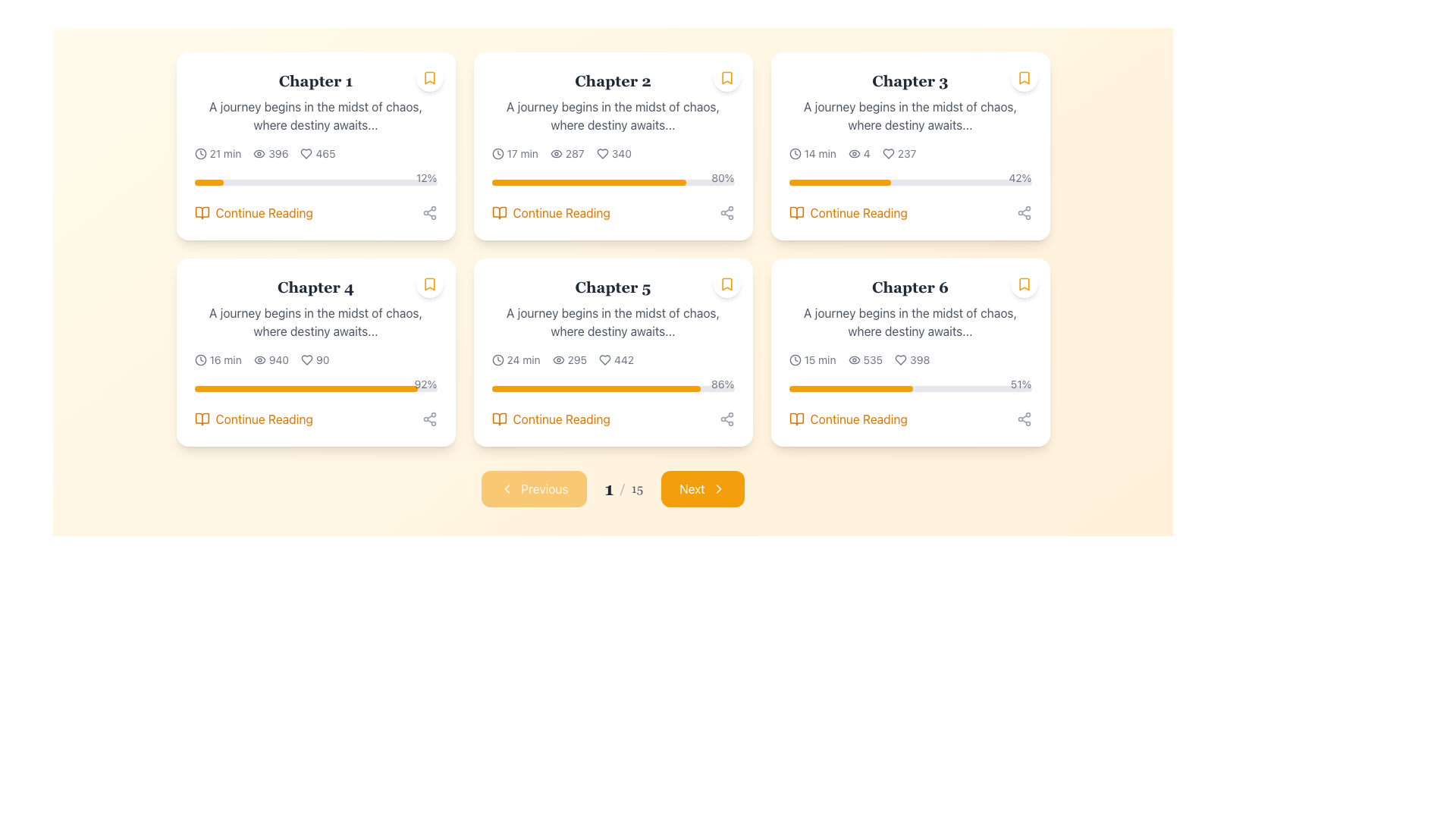  Describe the element at coordinates (624, 359) in the screenshot. I see `the numerical text display '442', which is bold and positioned next to a heart icon, indicating likes or favorites count` at that location.